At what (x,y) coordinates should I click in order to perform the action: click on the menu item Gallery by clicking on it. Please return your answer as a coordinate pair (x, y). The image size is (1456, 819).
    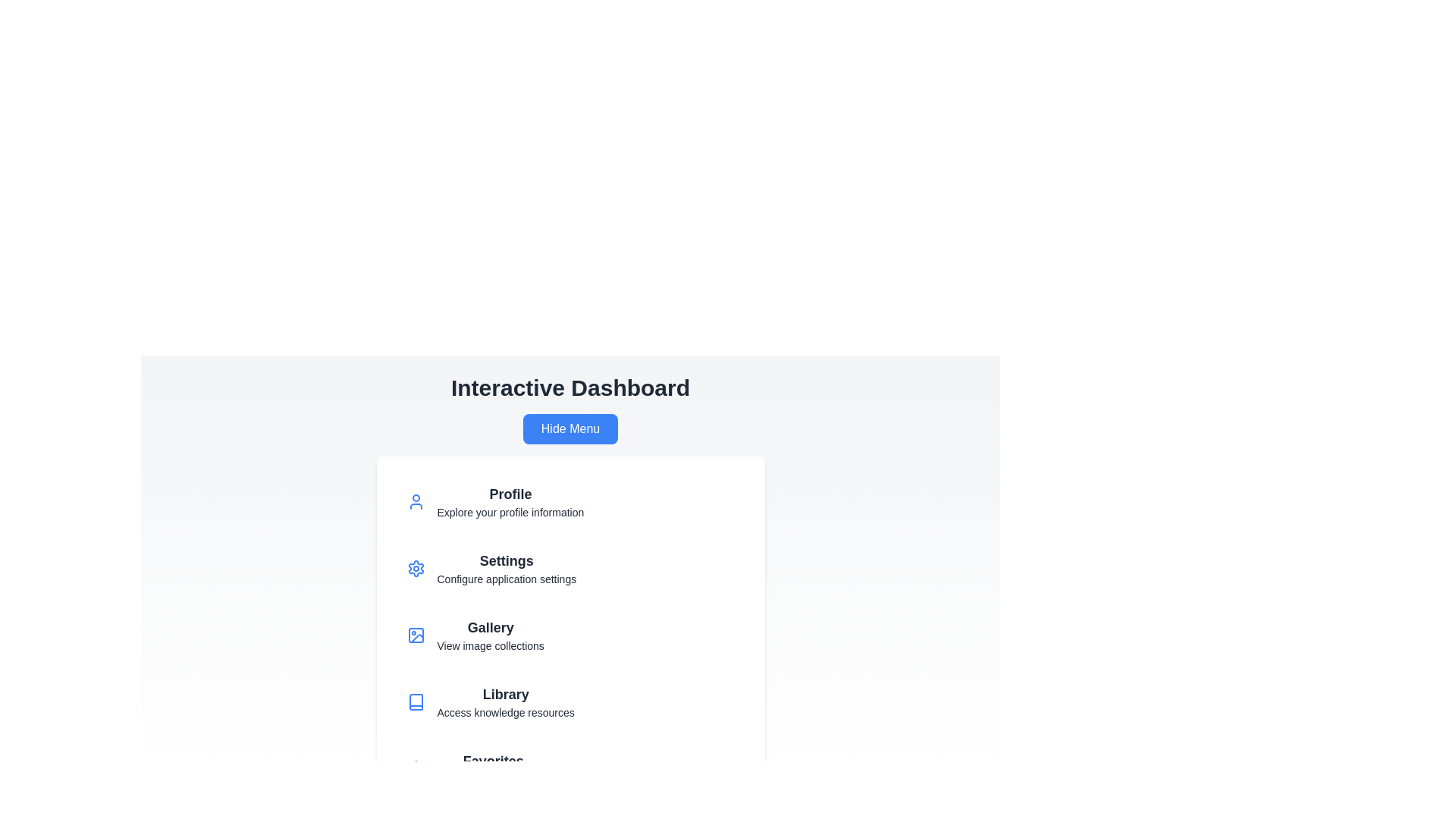
    Looking at the image, I should click on (570, 635).